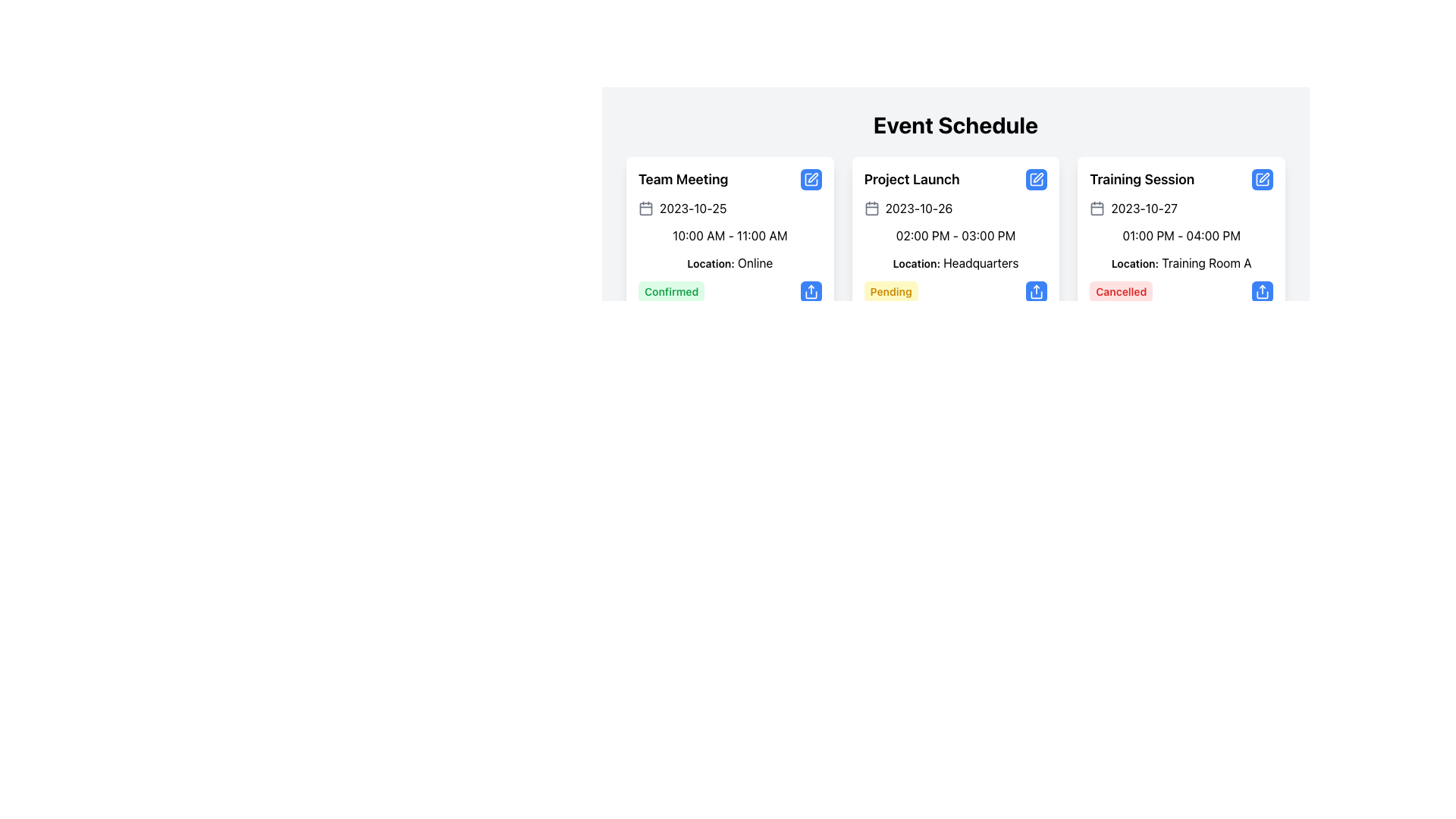 Image resolution: width=1456 pixels, height=819 pixels. Describe the element at coordinates (1142, 178) in the screenshot. I see `the 'Training Session' title text label located at the top center of the event card` at that location.